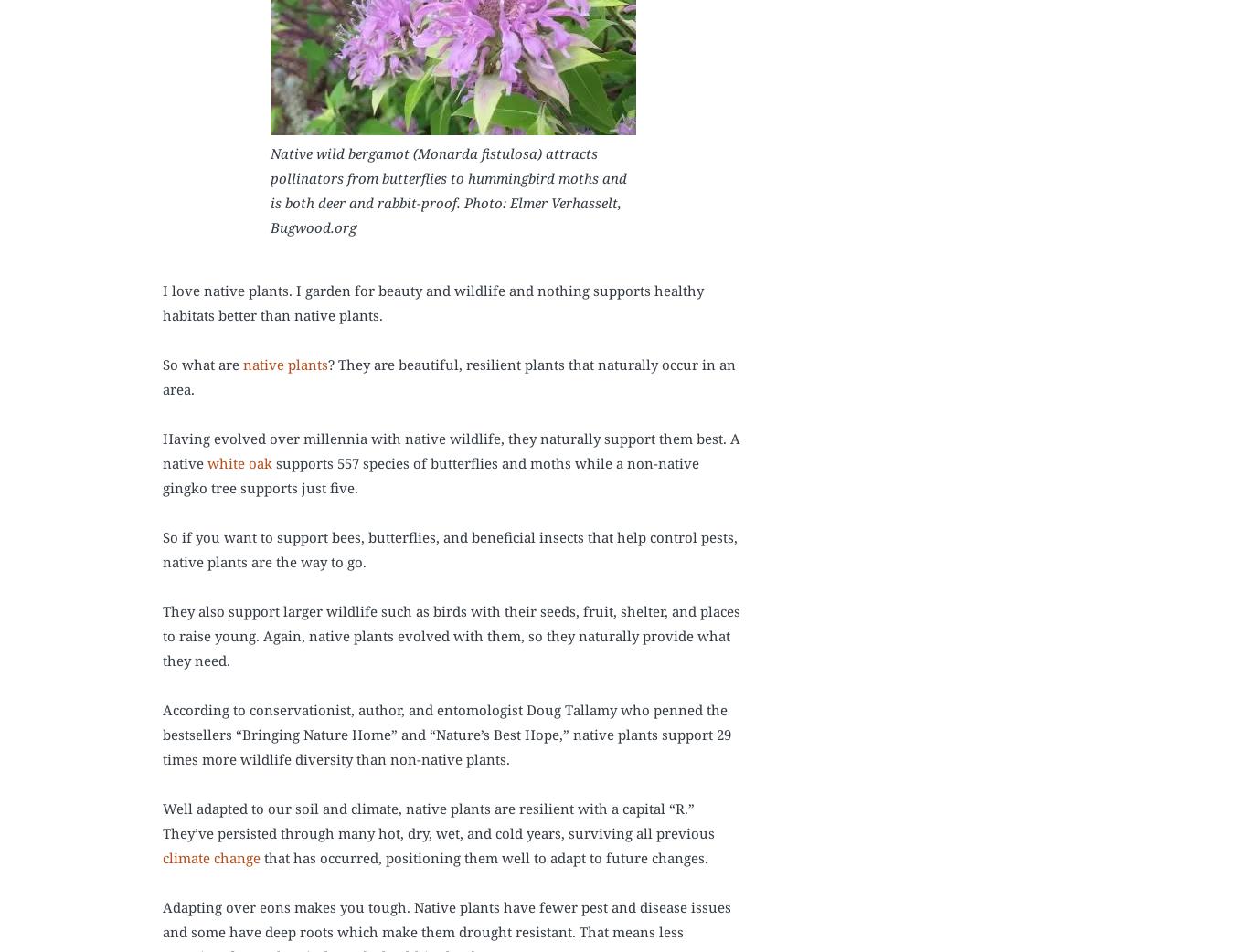 The width and height of the screenshot is (1234, 952). I want to click on 'Native wild bergamot (Monarda fistulosa) attracts pollinators from butterflies to hummingbird moths and is both deer and rabbit-proof. Photo: Elmer Verhasselt, Bugwood.org', so click(268, 189).